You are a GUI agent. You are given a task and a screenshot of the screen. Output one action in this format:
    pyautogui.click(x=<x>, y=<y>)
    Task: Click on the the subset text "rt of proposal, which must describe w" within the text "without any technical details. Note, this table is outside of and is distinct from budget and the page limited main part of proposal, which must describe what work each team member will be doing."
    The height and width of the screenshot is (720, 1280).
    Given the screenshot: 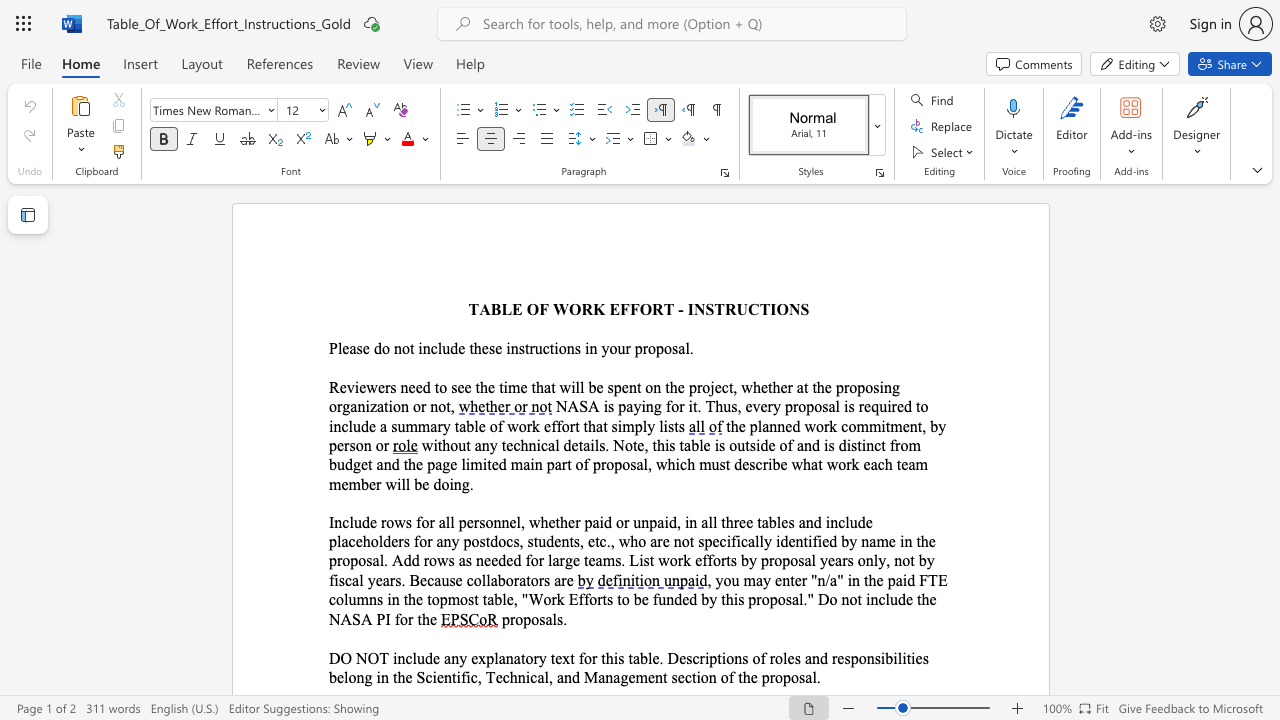 What is the action you would take?
    pyautogui.click(x=560, y=464)
    